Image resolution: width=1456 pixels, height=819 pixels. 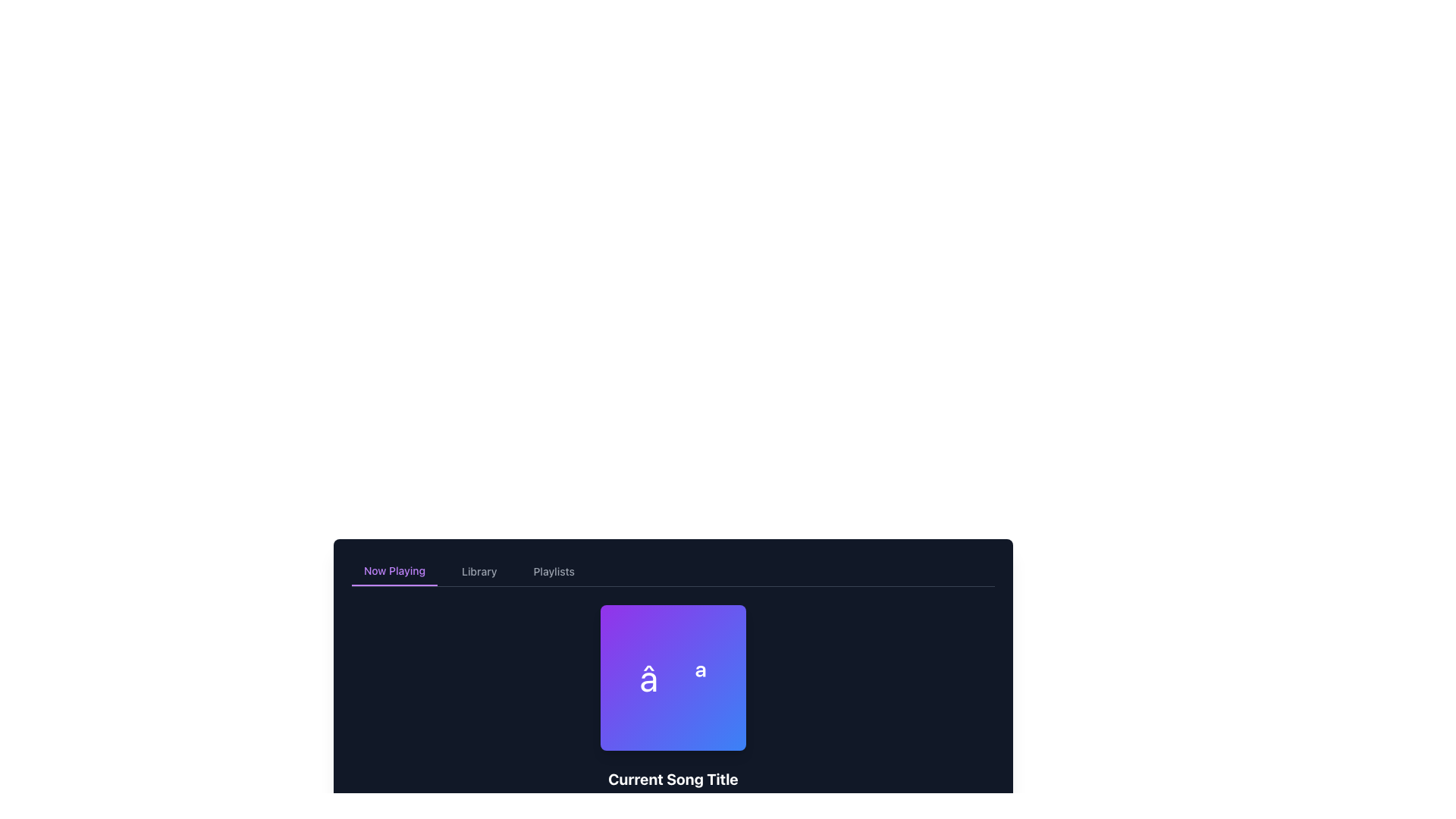 I want to click on the 'Current Song Title' static text label, which is displayed in bold, capitalized white letters at the bottom of the music interface panel, so click(x=673, y=780).